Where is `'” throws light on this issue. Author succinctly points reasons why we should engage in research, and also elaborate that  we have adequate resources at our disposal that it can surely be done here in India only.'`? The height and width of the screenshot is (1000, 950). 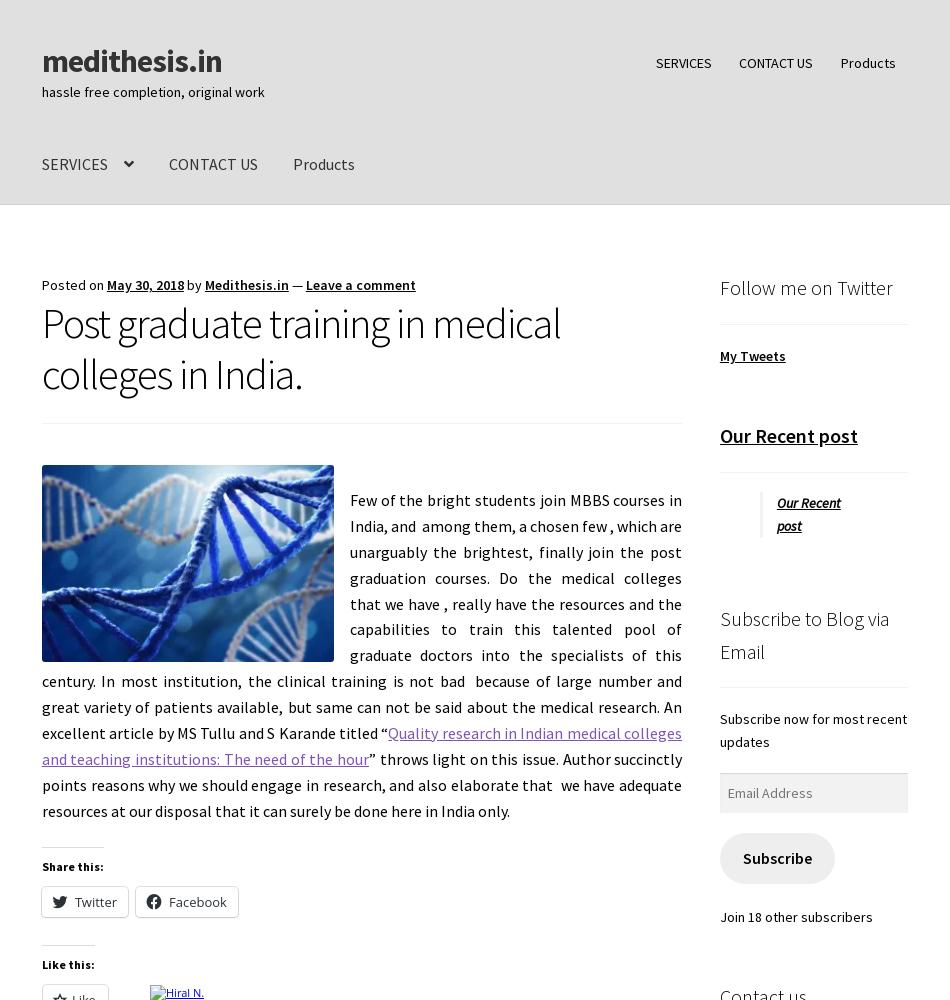 '” throws light on this issue. Author succinctly points reasons why we should engage in research, and also elaborate that  we have adequate resources at our disposal that it can surely be done here in India only.' is located at coordinates (360, 784).